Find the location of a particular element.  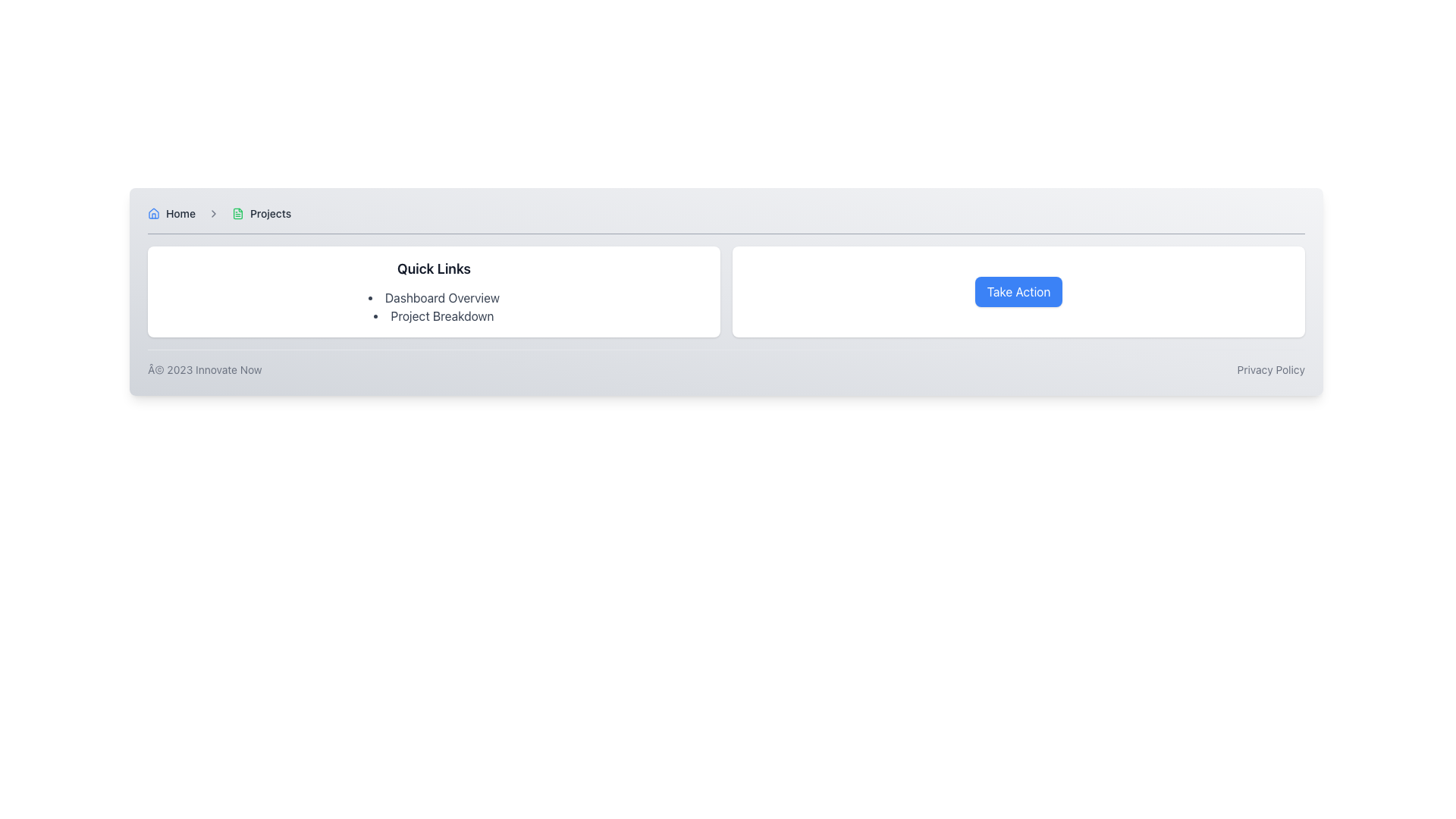

the 'Project Breakdown' item in the bulleted list located under the 'Quick Links' section is located at coordinates (433, 307).